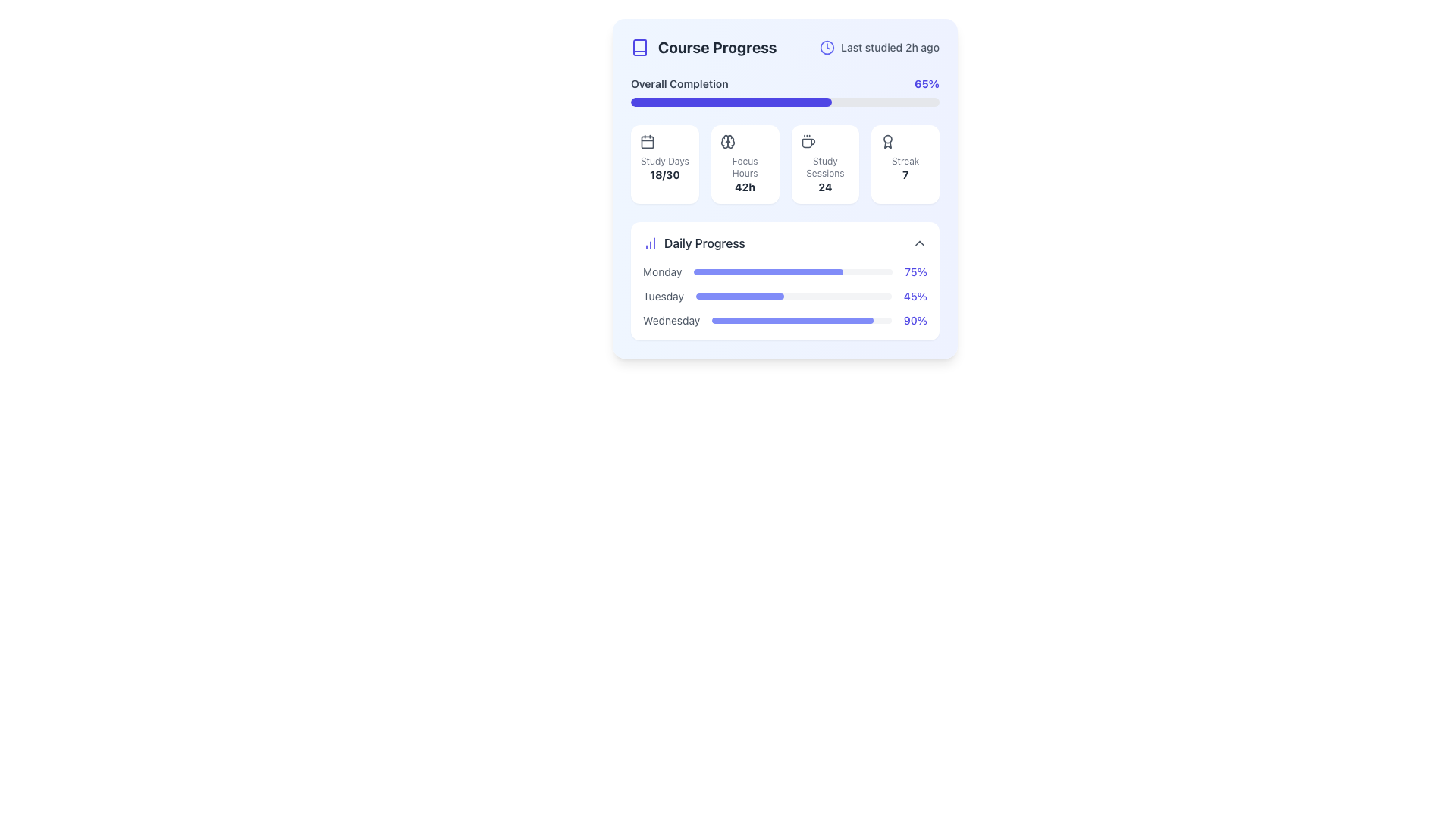 The height and width of the screenshot is (819, 1456). What do you see at coordinates (670, 320) in the screenshot?
I see `the text label displaying 'Wednesday' in gray color, located in the 'Daily Progress' section, to the far left of the progress bar group` at bounding box center [670, 320].